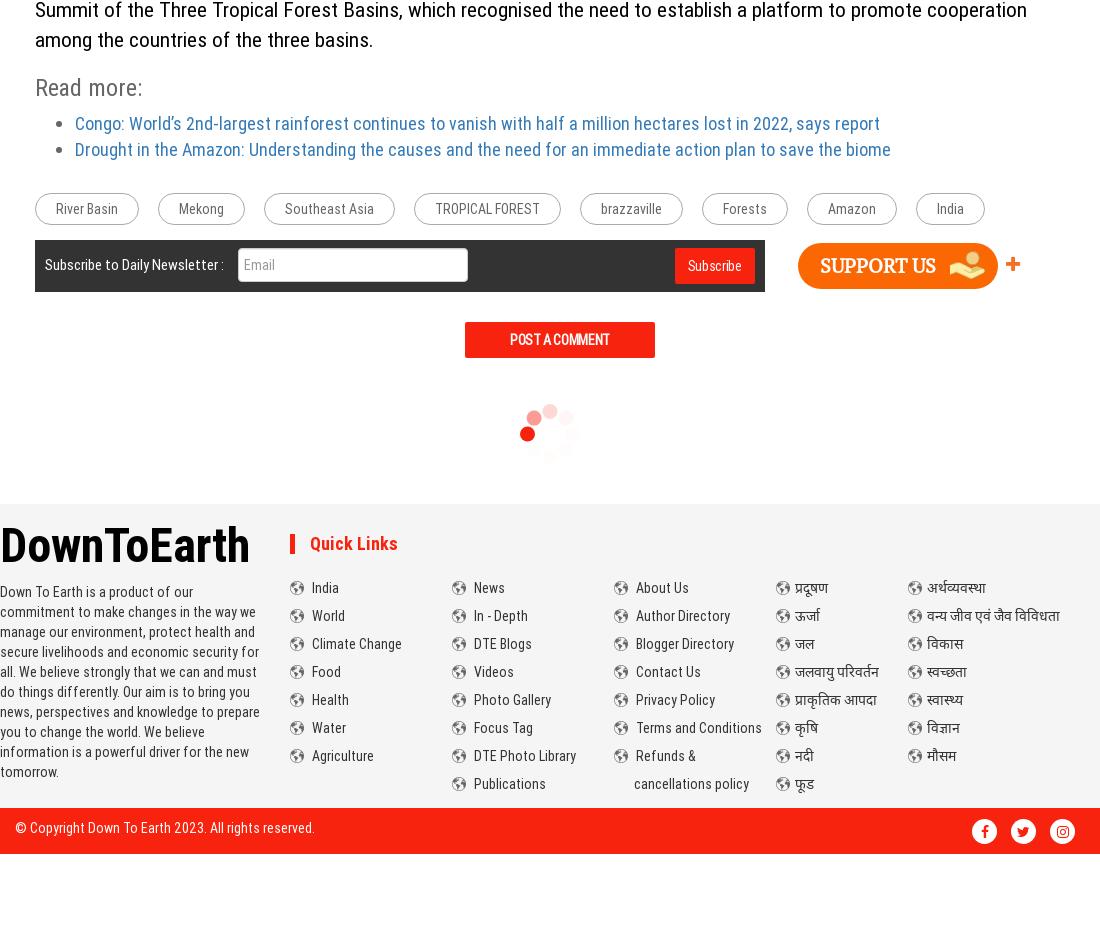 Image resolution: width=1100 pixels, height=934 pixels. I want to click on 'Hindi', so click(815, 543).